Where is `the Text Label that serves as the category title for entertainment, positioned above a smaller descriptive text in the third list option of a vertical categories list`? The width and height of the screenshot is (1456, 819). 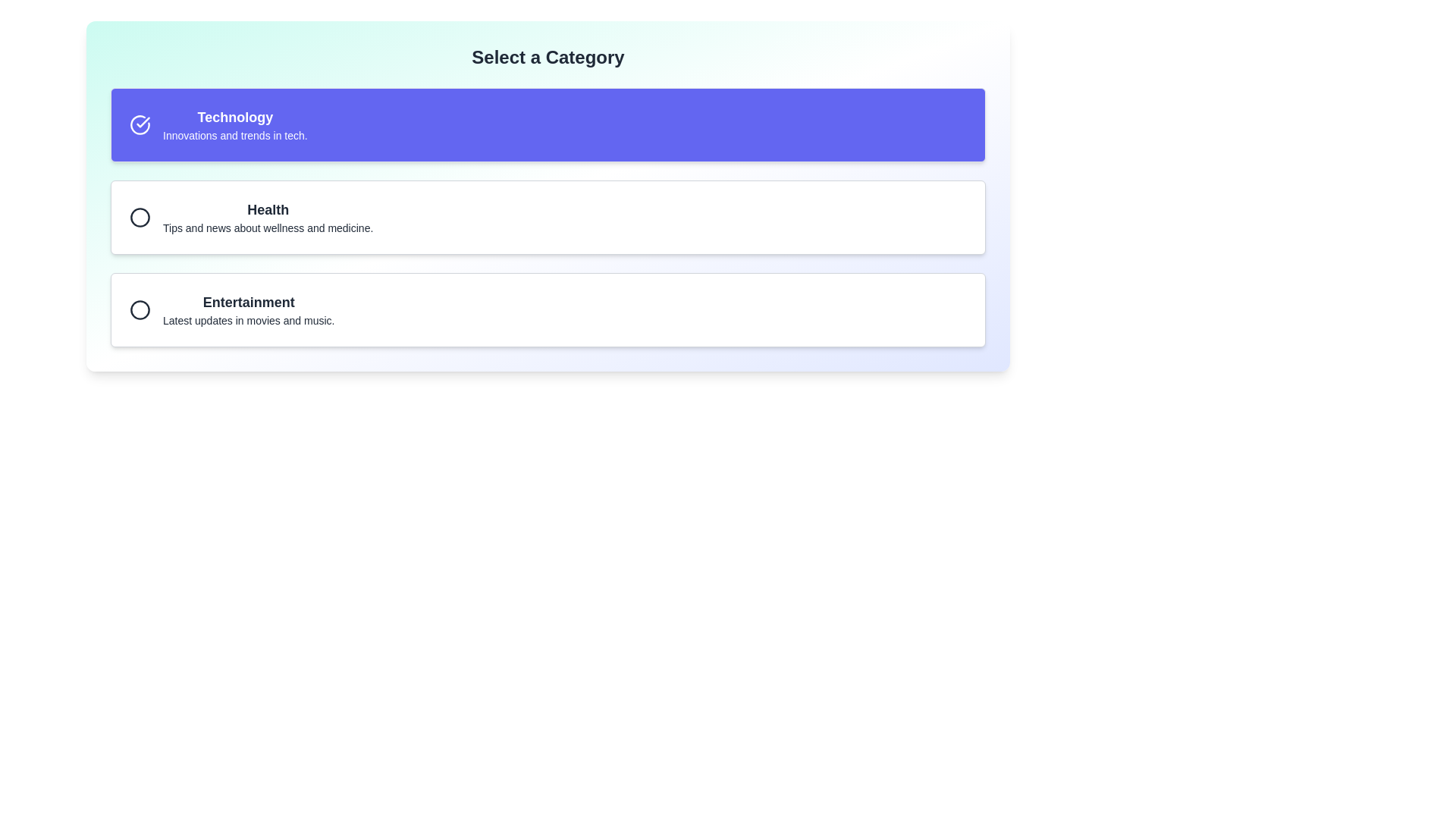
the Text Label that serves as the category title for entertainment, positioned above a smaller descriptive text in the third list option of a vertical categories list is located at coordinates (249, 302).